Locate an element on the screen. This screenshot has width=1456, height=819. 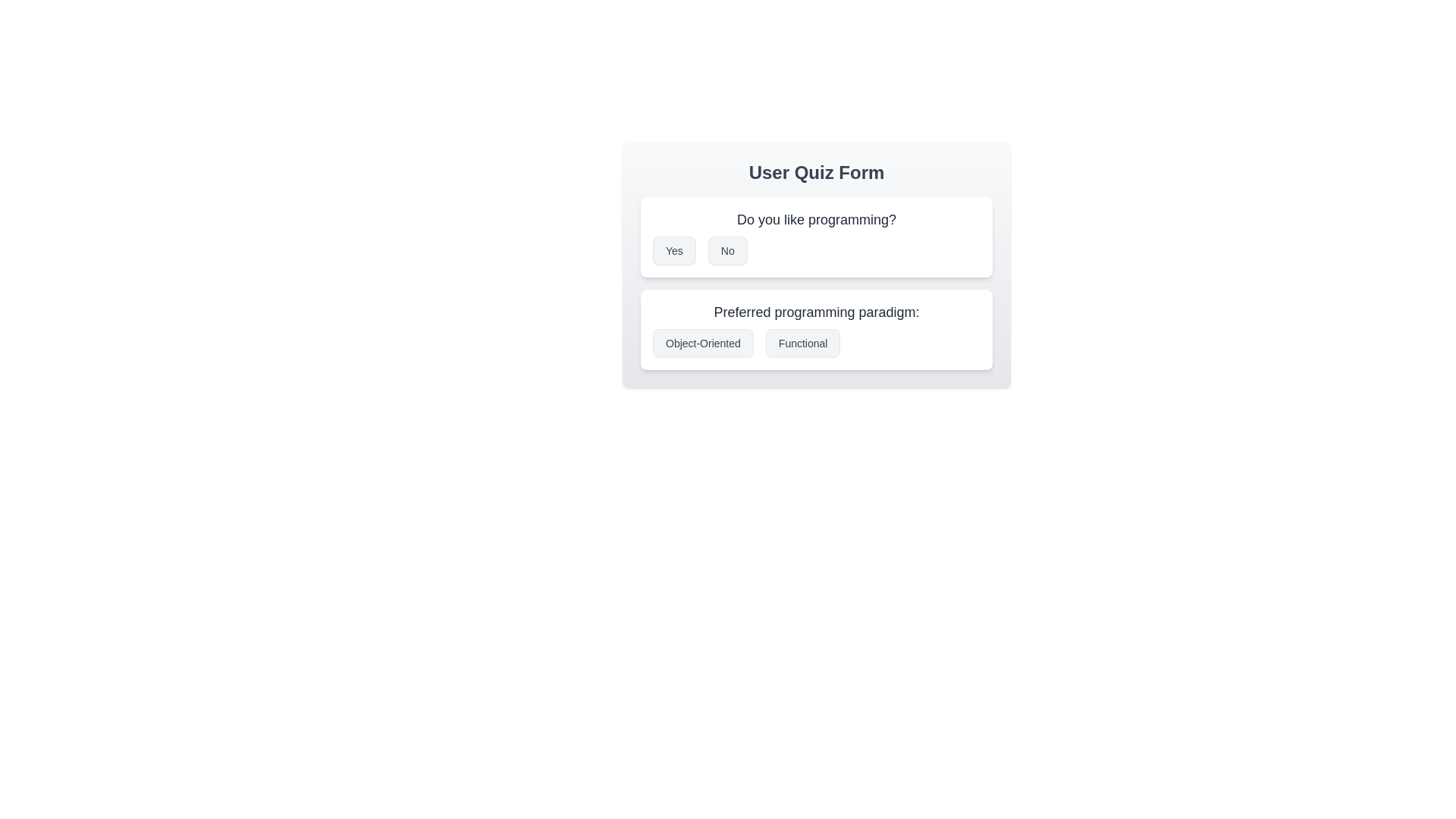
the interactive buttons group labeled 'Yes' and 'No' is located at coordinates (815, 250).